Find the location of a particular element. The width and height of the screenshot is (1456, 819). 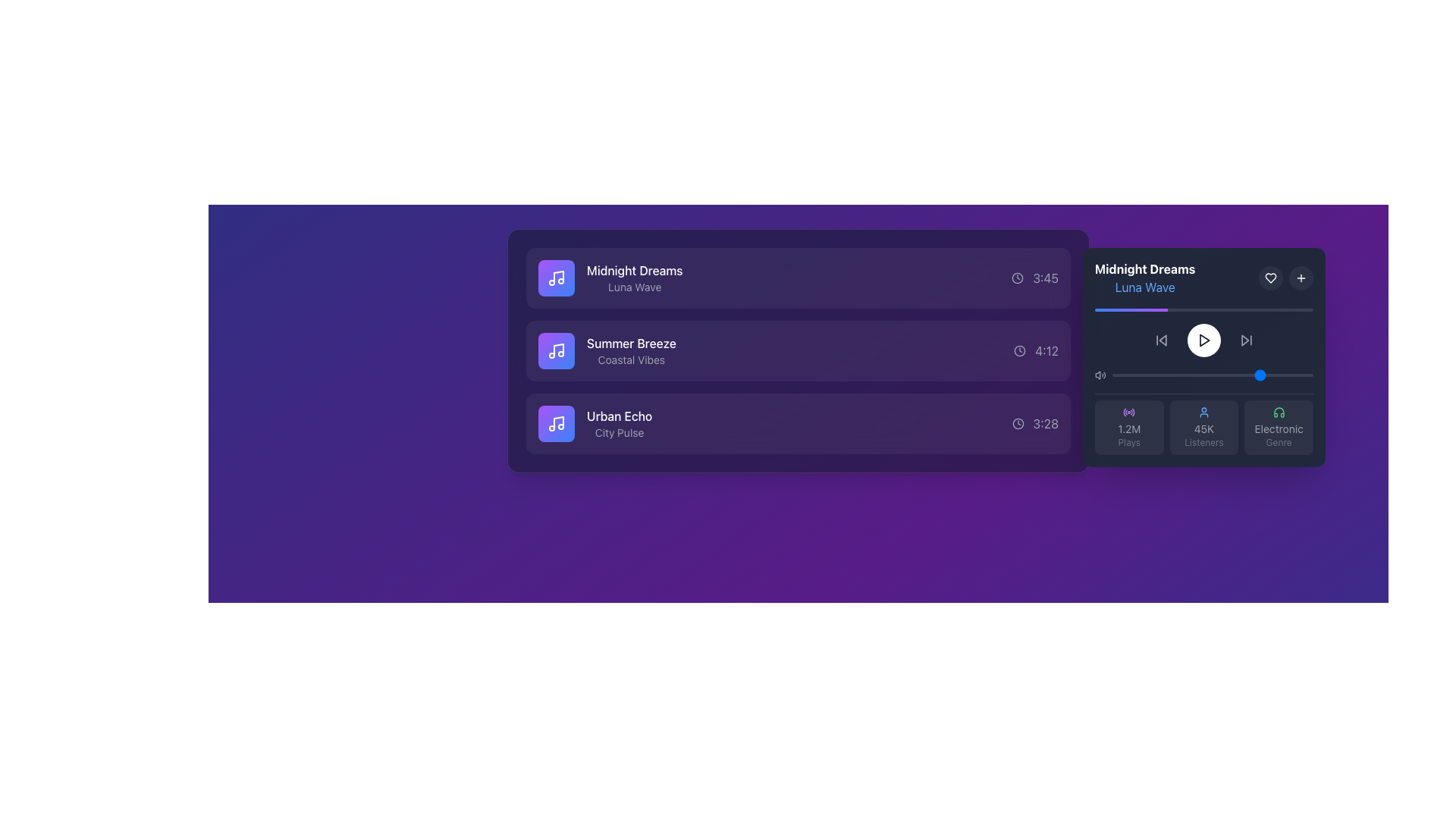

the slider is located at coordinates (1226, 375).